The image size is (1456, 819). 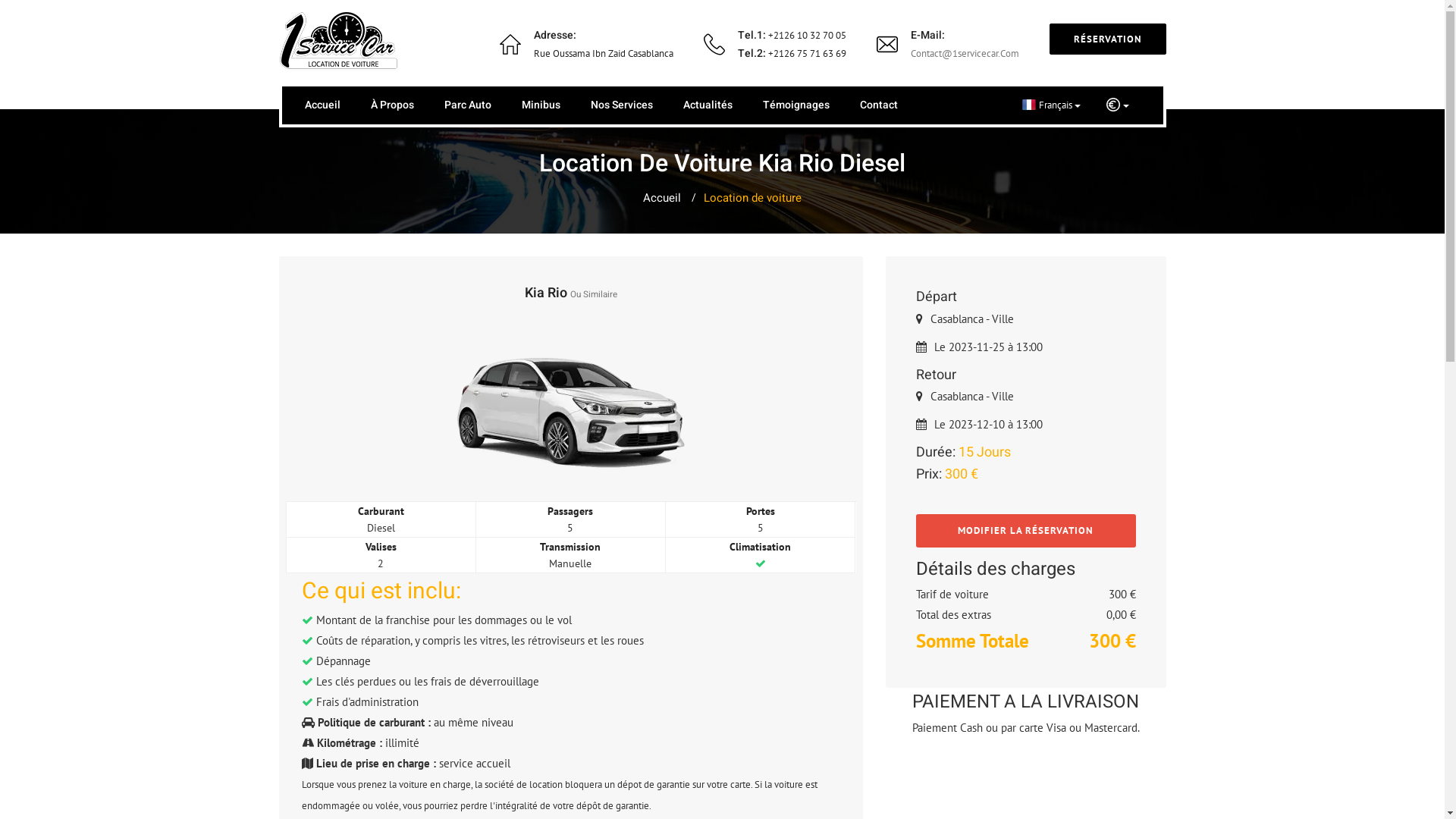 What do you see at coordinates (859, 104) in the screenshot?
I see `'Contact'` at bounding box center [859, 104].